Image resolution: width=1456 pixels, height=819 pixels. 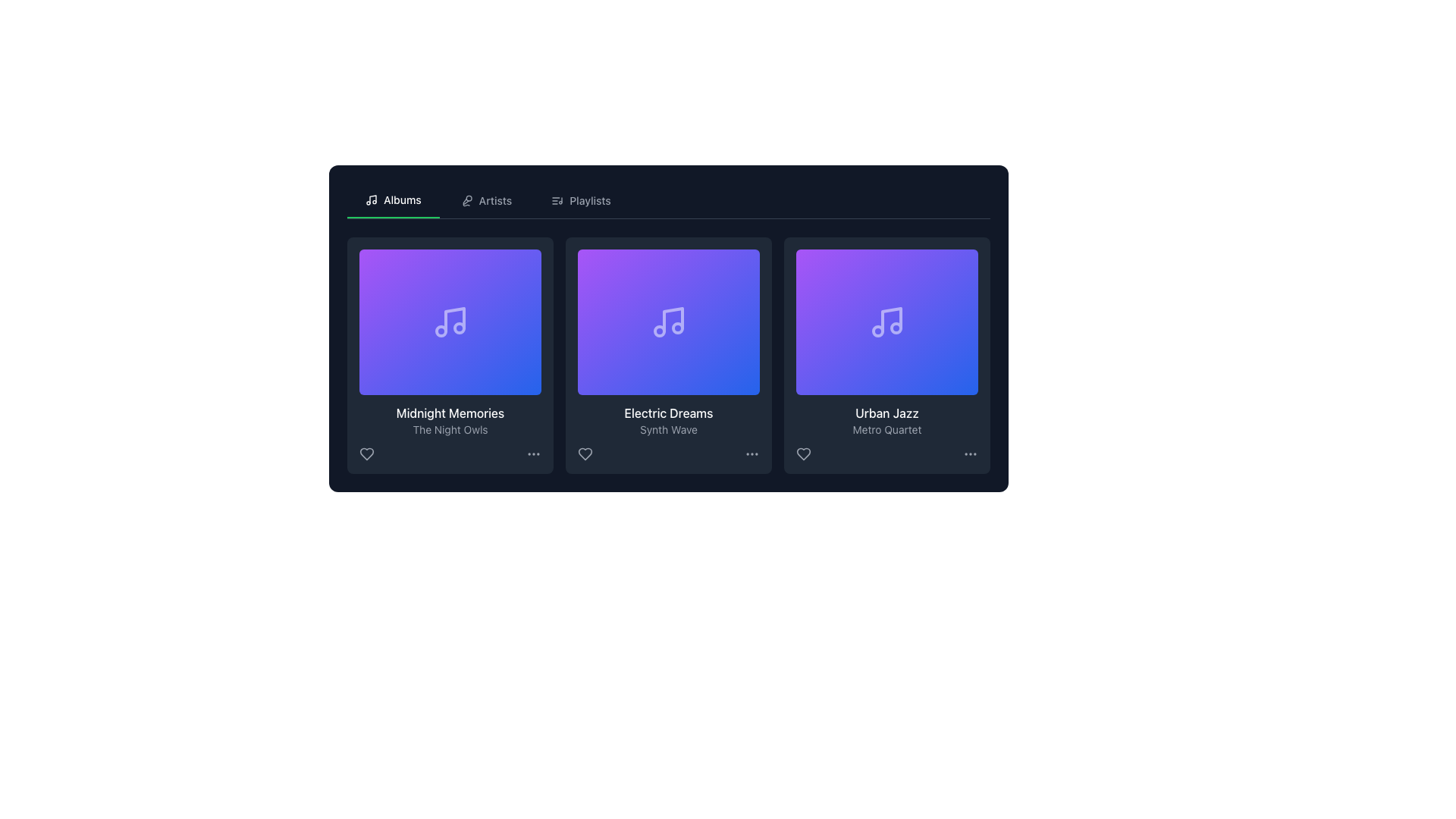 What do you see at coordinates (668, 321) in the screenshot?
I see `the SVG musical note icon with a white color overlay, located in the center of the 'Electric Dreams' card with a purple-to-blue gradient background` at bounding box center [668, 321].